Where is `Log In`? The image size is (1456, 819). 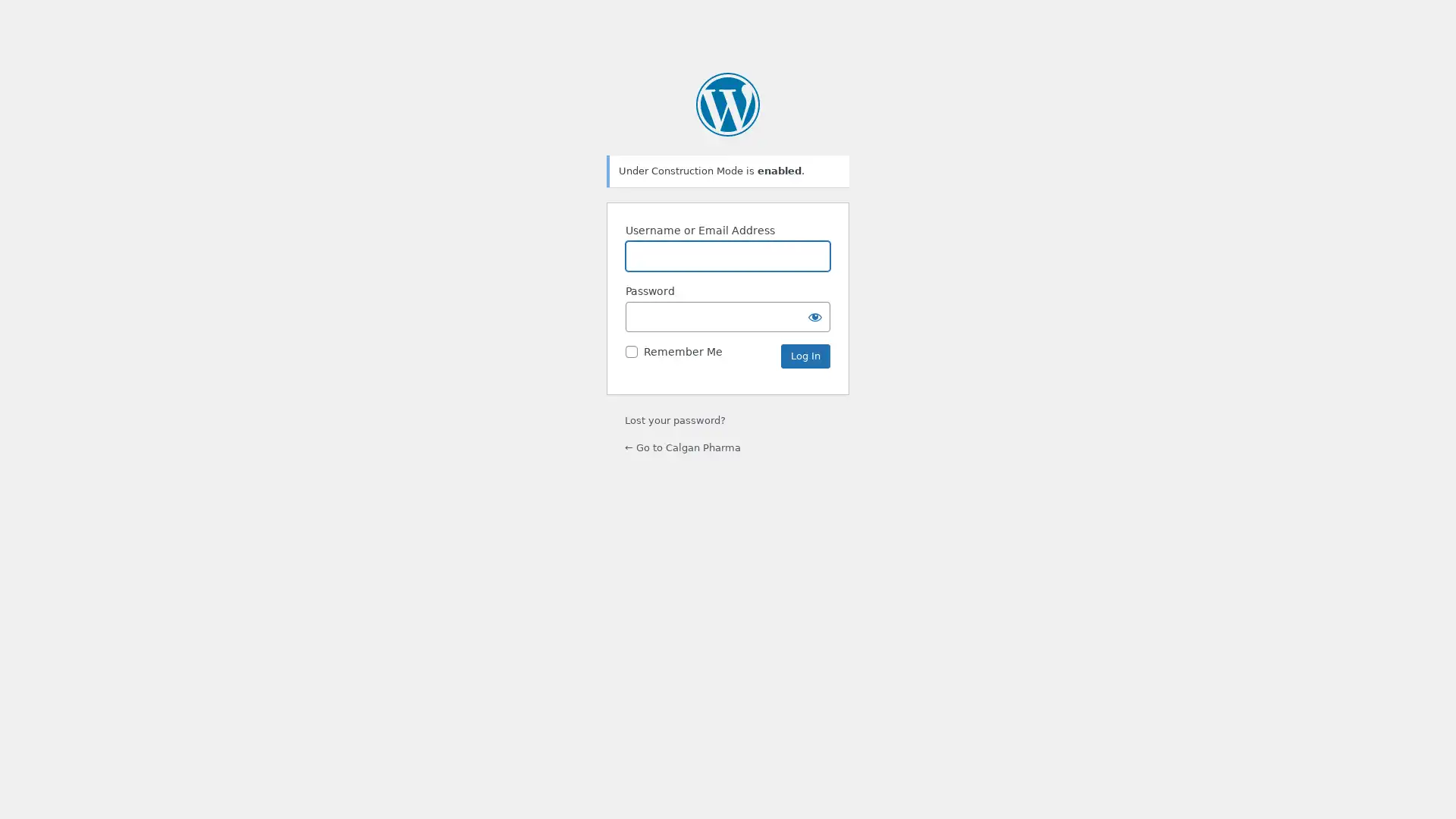
Log In is located at coordinates (805, 356).